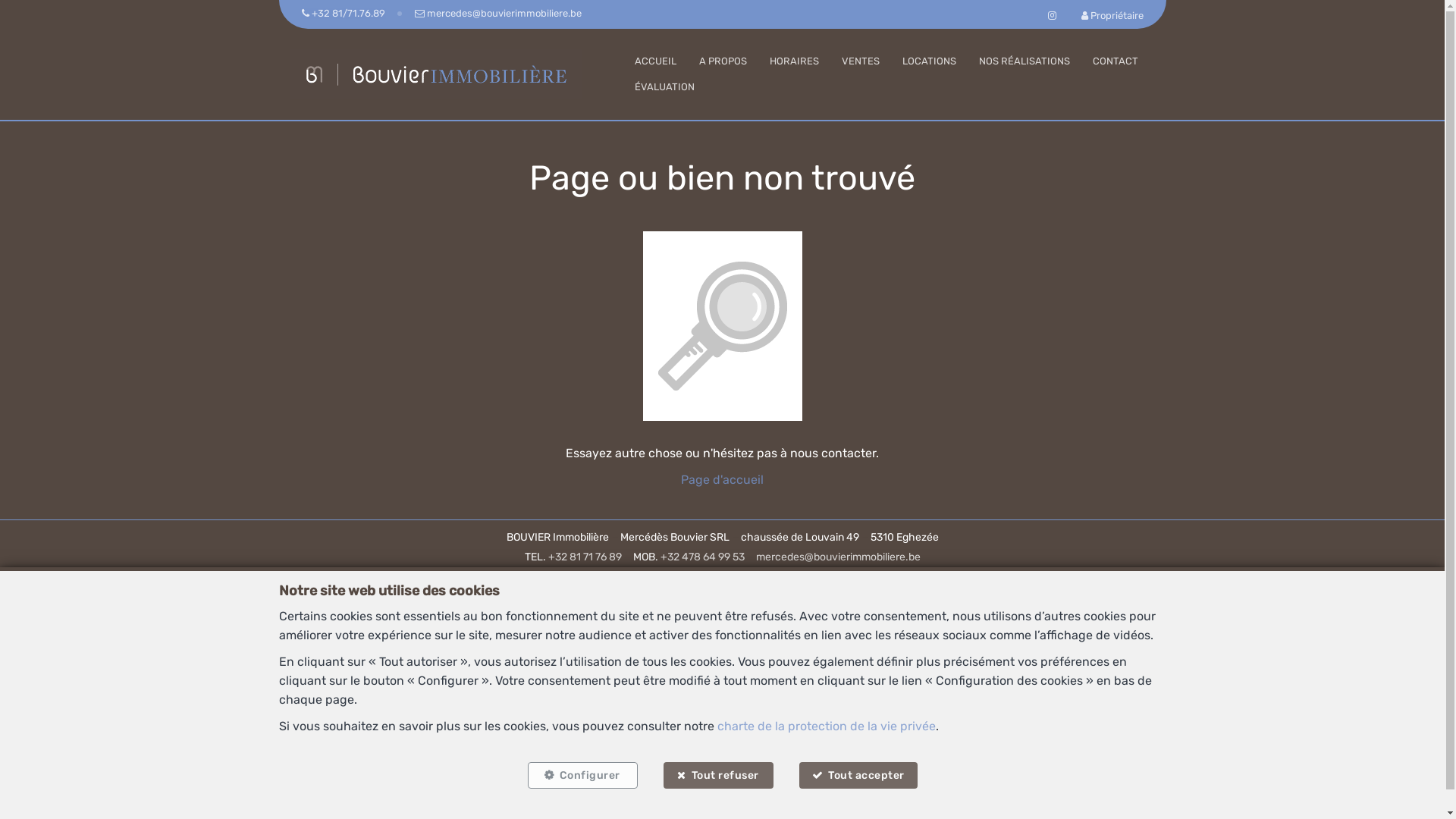  What do you see at coordinates (698, 60) in the screenshot?
I see `'A PROPOS'` at bounding box center [698, 60].